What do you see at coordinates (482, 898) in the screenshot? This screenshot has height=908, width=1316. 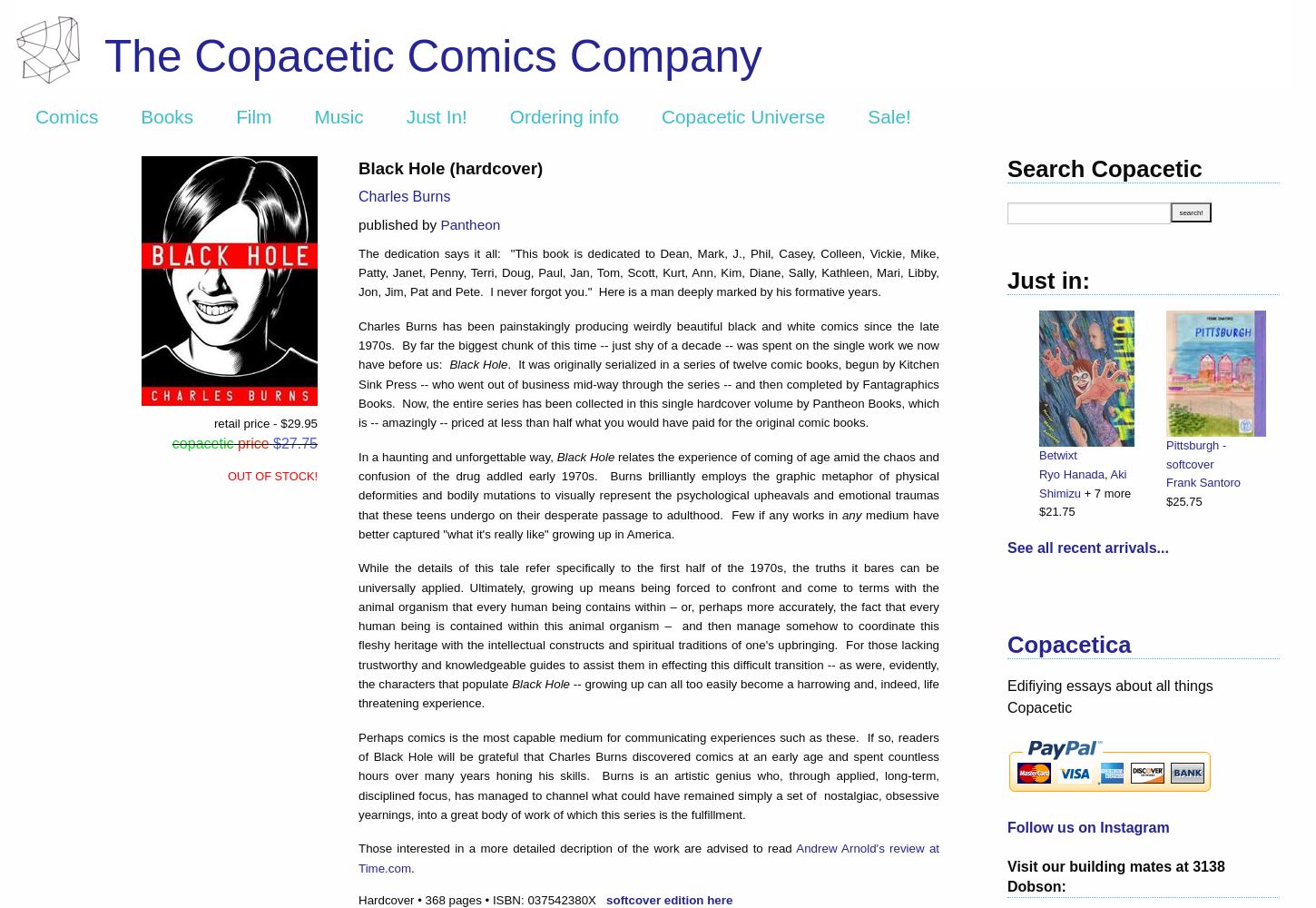 I see `'Hardcover • 368 pages • ISBN: 037542380X'` at bounding box center [482, 898].